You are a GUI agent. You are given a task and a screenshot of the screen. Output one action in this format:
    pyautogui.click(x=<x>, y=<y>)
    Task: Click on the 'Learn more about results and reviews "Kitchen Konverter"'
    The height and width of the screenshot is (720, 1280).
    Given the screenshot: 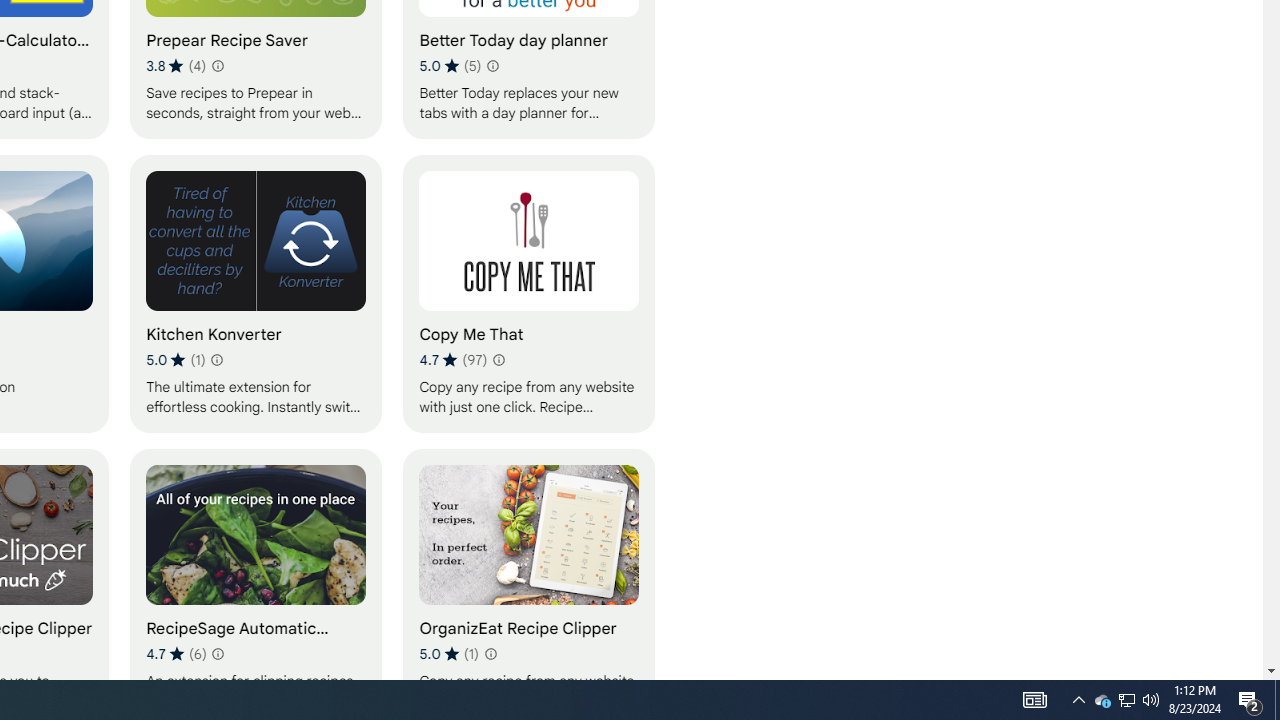 What is the action you would take?
    pyautogui.click(x=216, y=360)
    